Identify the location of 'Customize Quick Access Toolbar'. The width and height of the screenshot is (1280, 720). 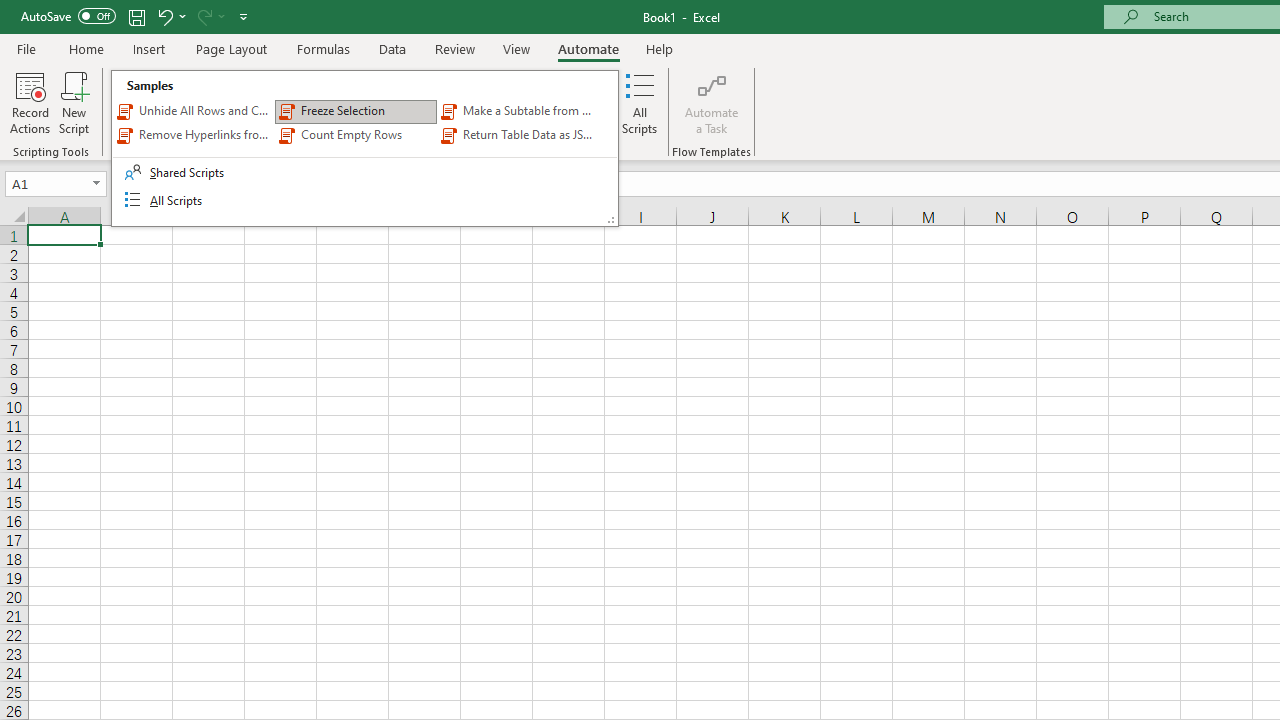
(243, 16).